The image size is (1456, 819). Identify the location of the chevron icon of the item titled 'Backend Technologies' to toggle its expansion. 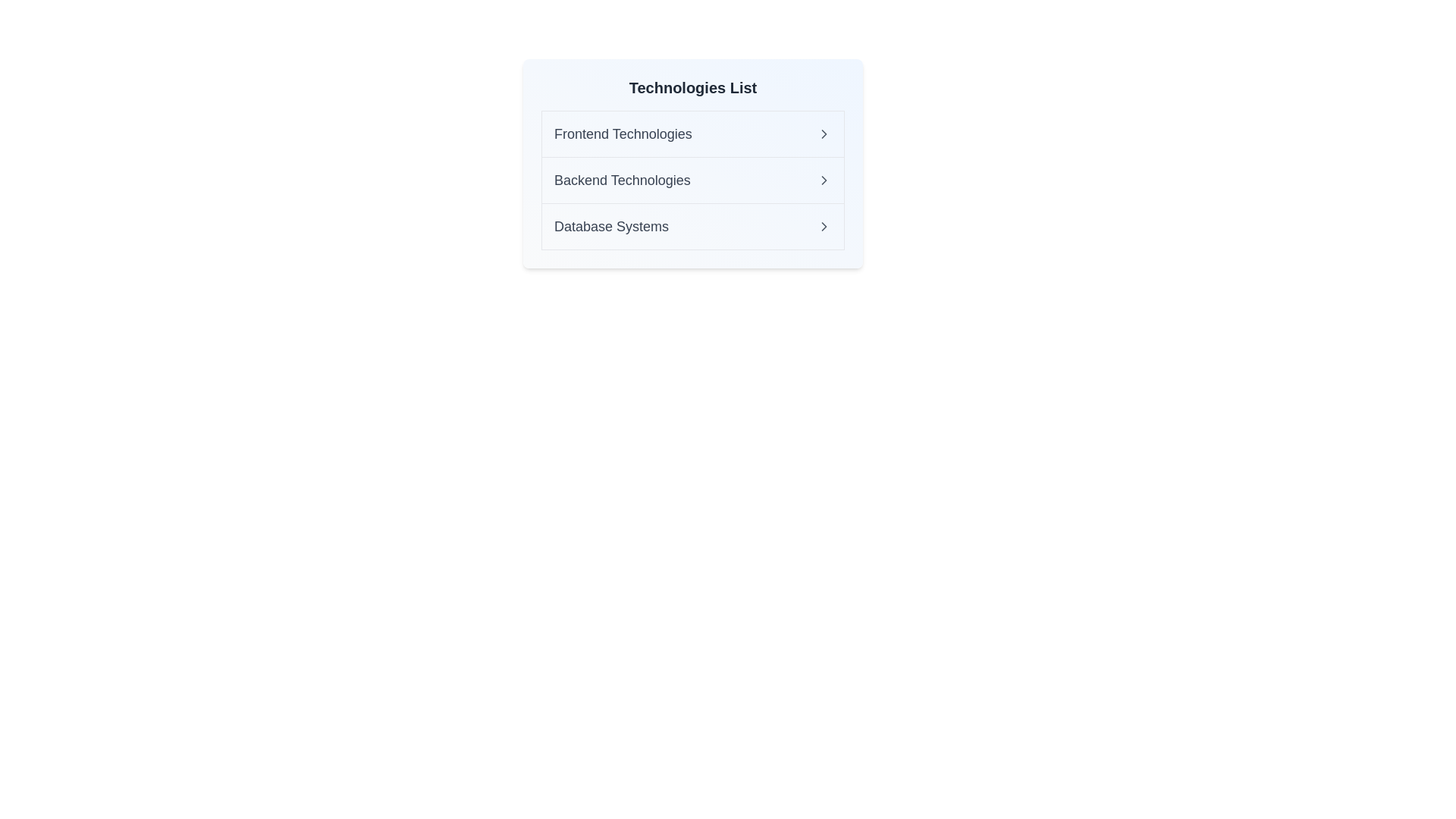
(823, 180).